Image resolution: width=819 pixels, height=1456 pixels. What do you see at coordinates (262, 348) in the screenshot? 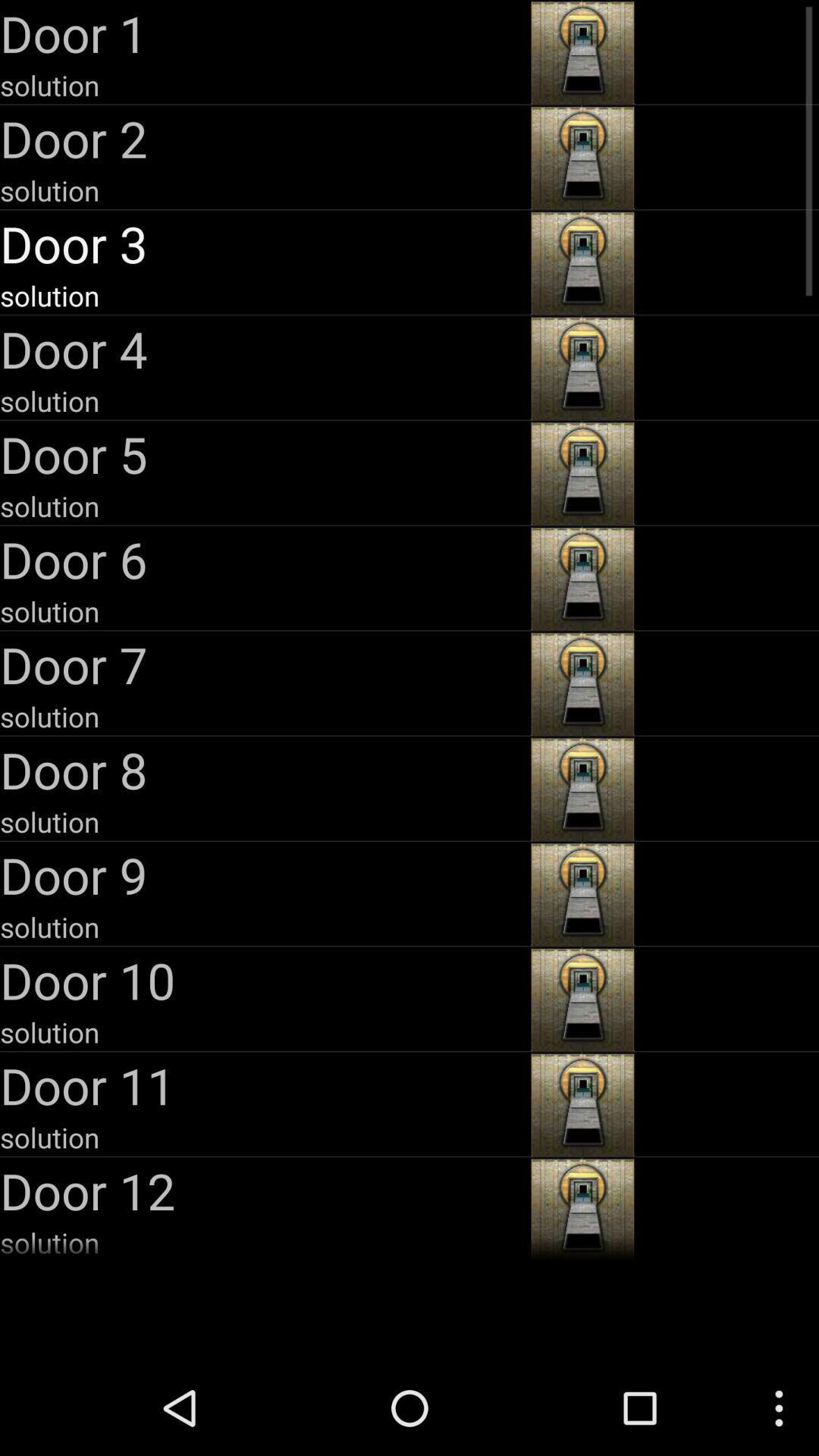
I see `door 4` at bounding box center [262, 348].